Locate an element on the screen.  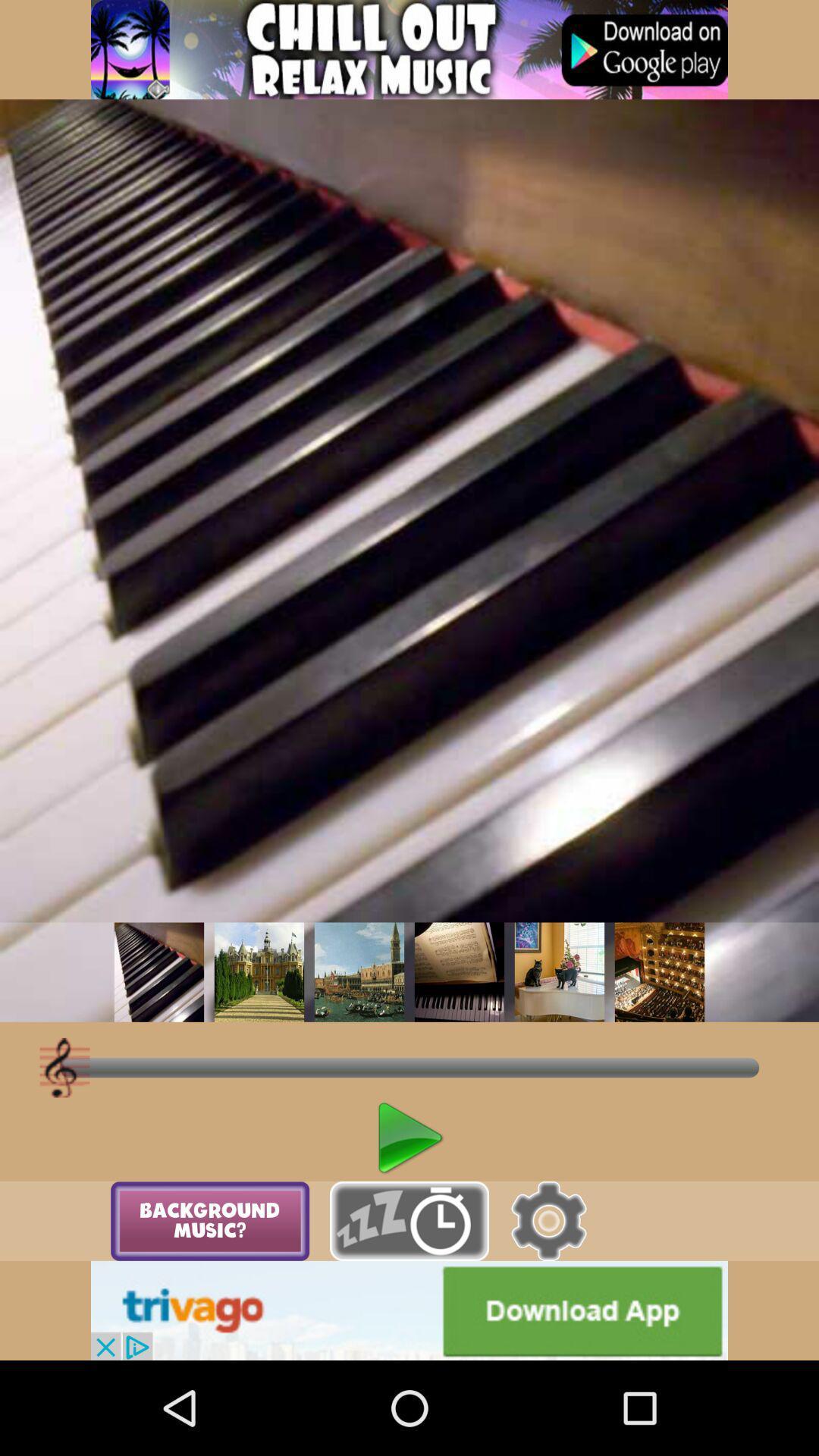
audio file is located at coordinates (158, 972).